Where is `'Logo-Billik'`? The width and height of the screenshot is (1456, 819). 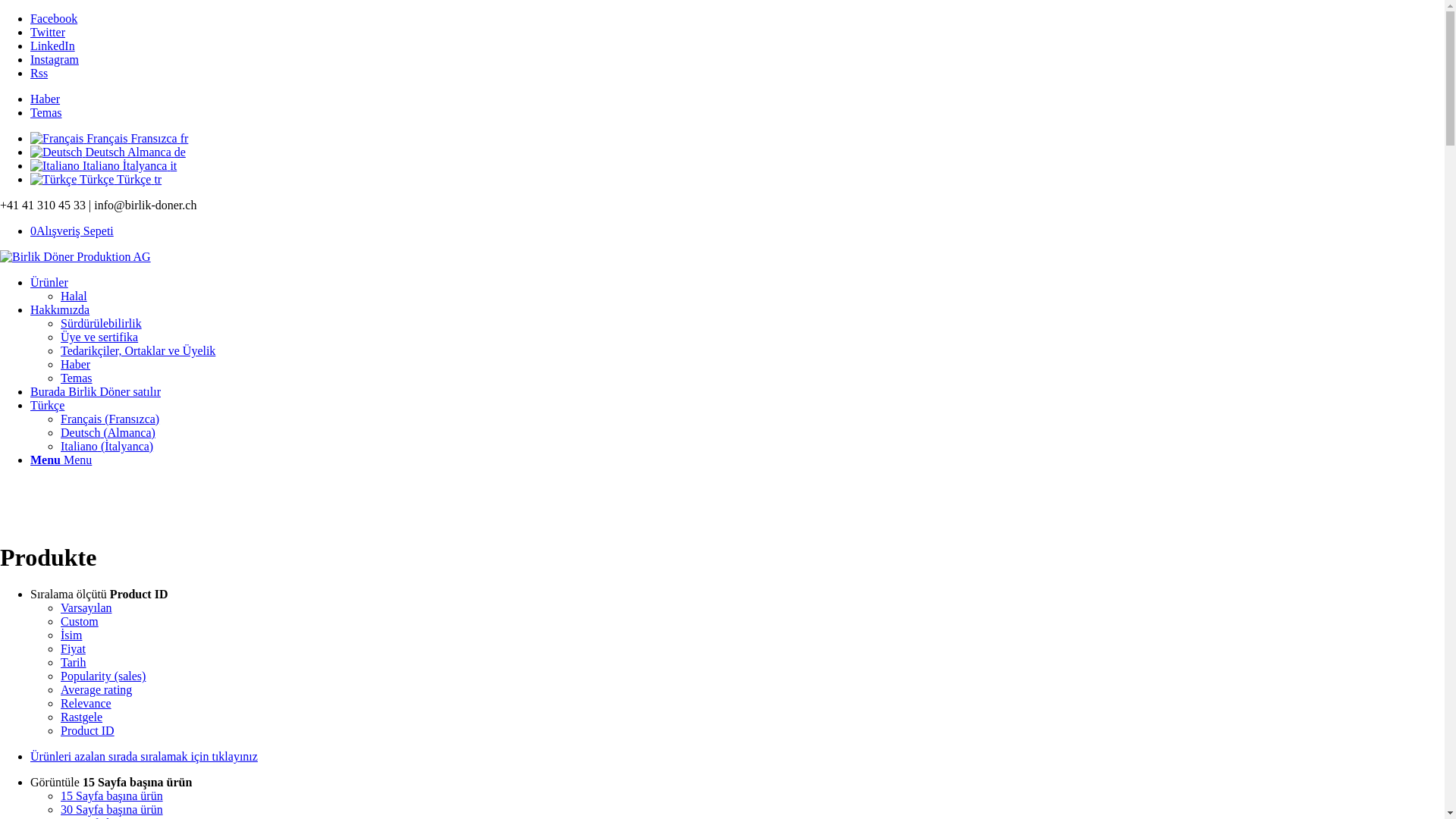 'Logo-Billik' is located at coordinates (74, 256).